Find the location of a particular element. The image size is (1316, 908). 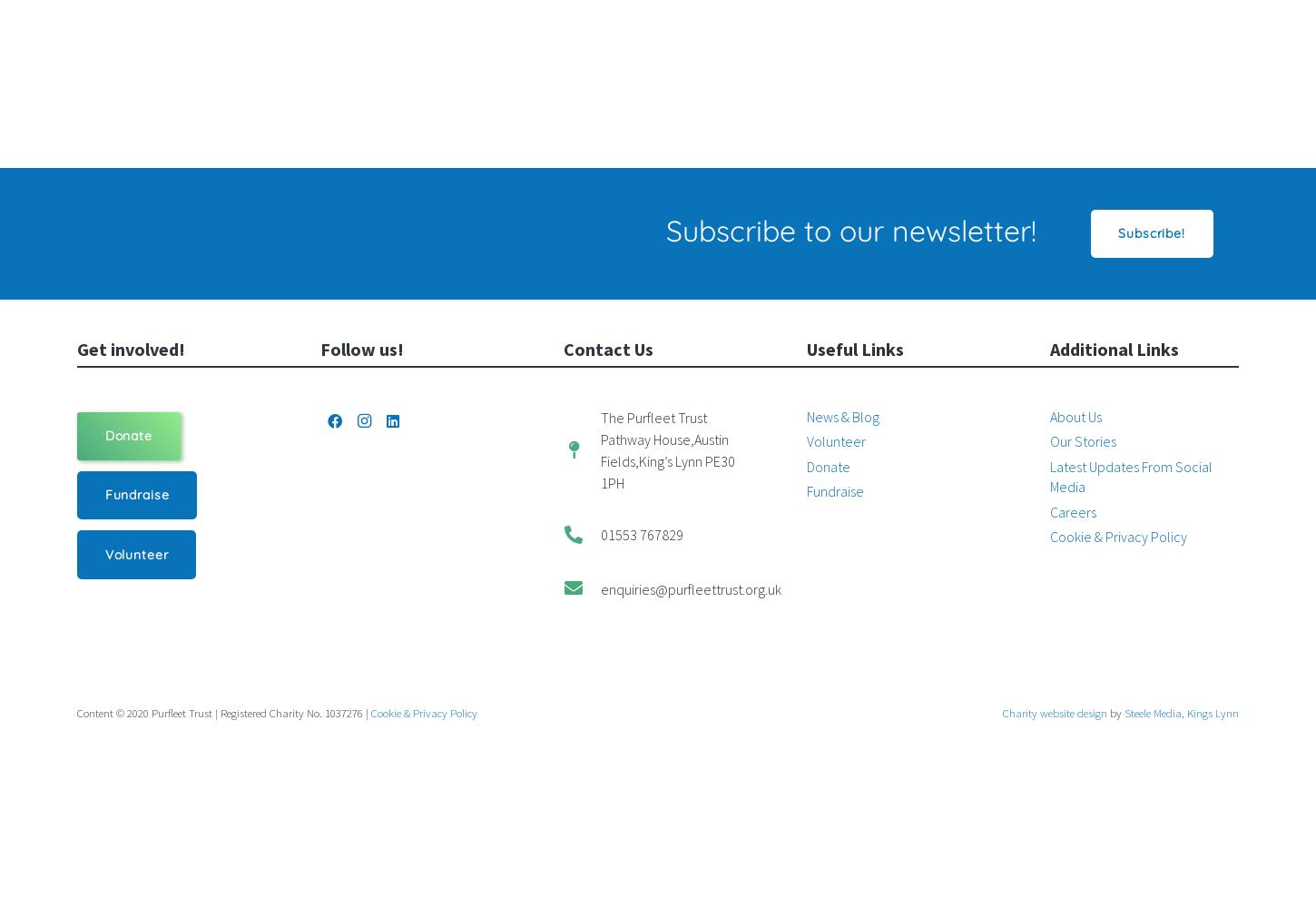

'01553 767829' is located at coordinates (641, 534).